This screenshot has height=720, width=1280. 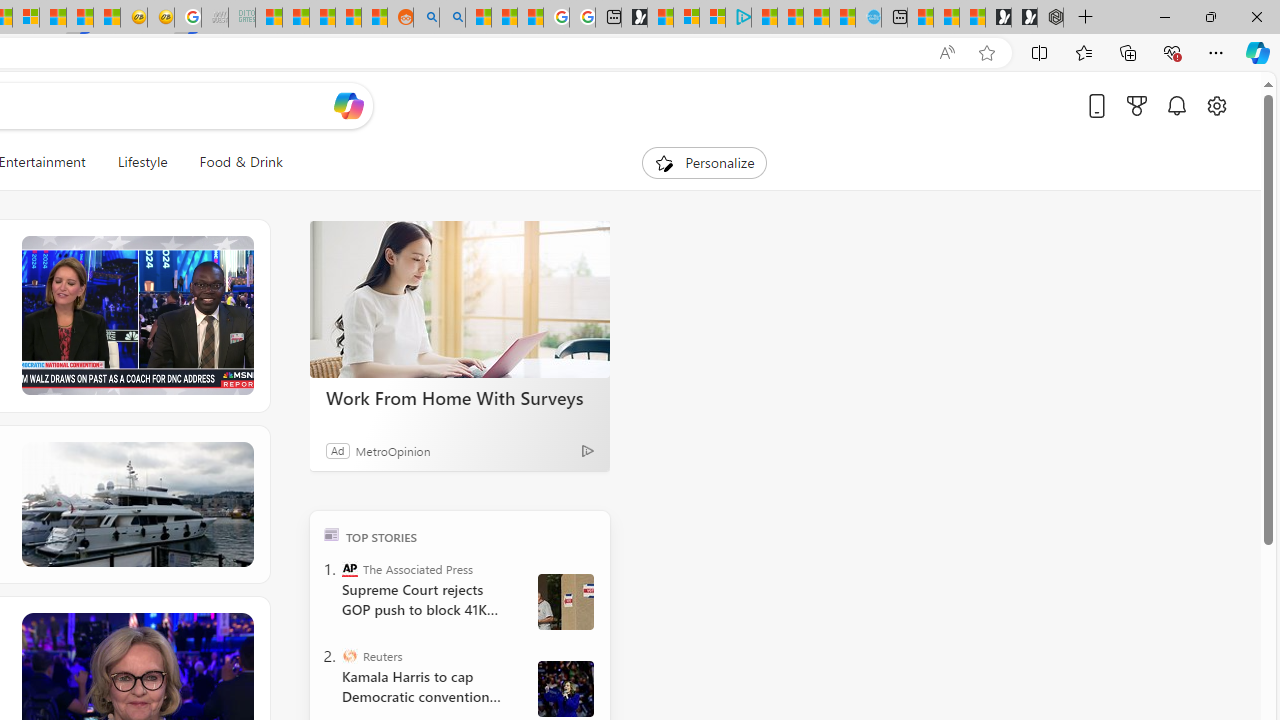 I want to click on 'Ad Choice', so click(x=587, y=450).